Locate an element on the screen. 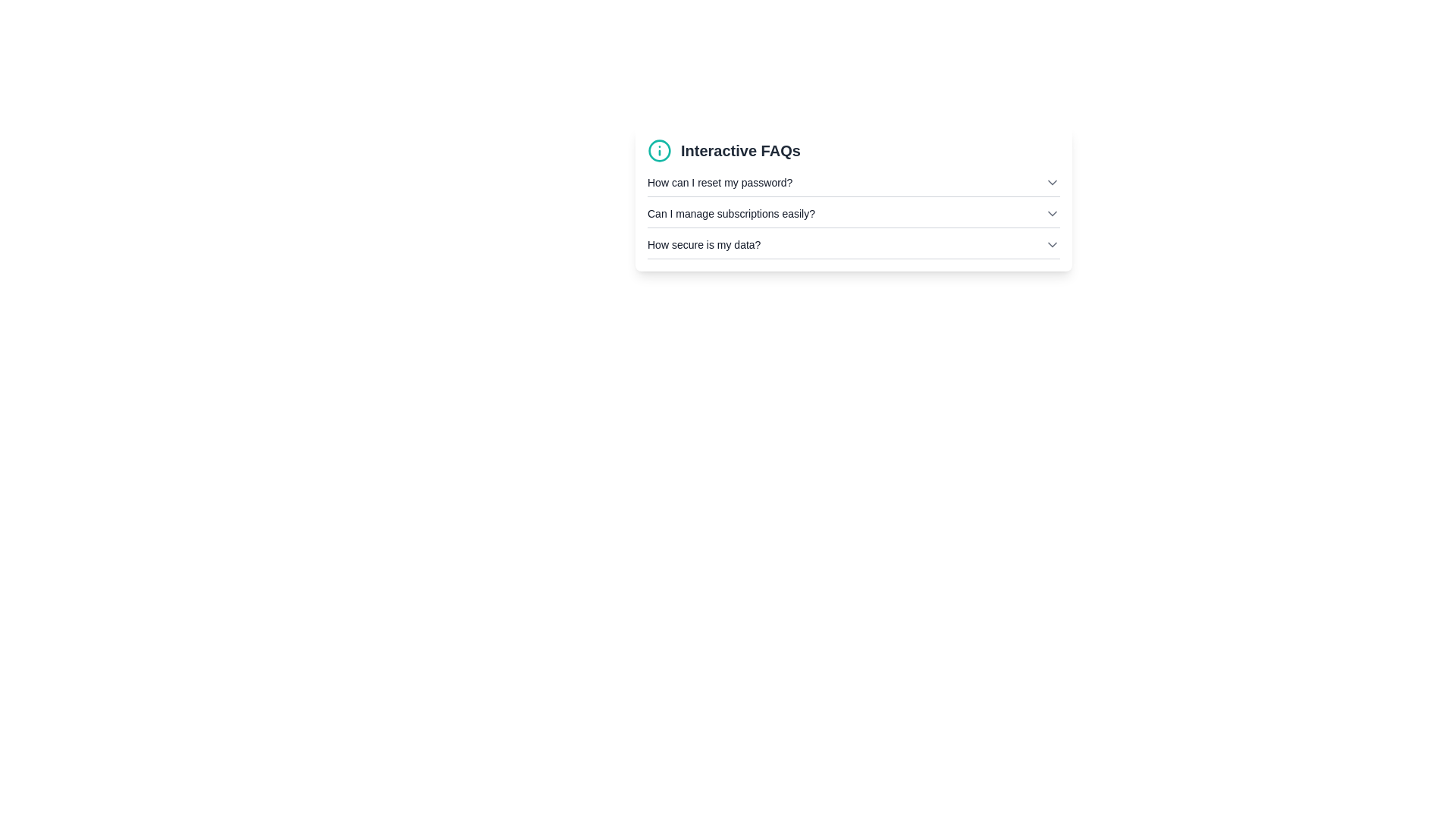  the third FAQ entry in the dropdown list is located at coordinates (854, 244).